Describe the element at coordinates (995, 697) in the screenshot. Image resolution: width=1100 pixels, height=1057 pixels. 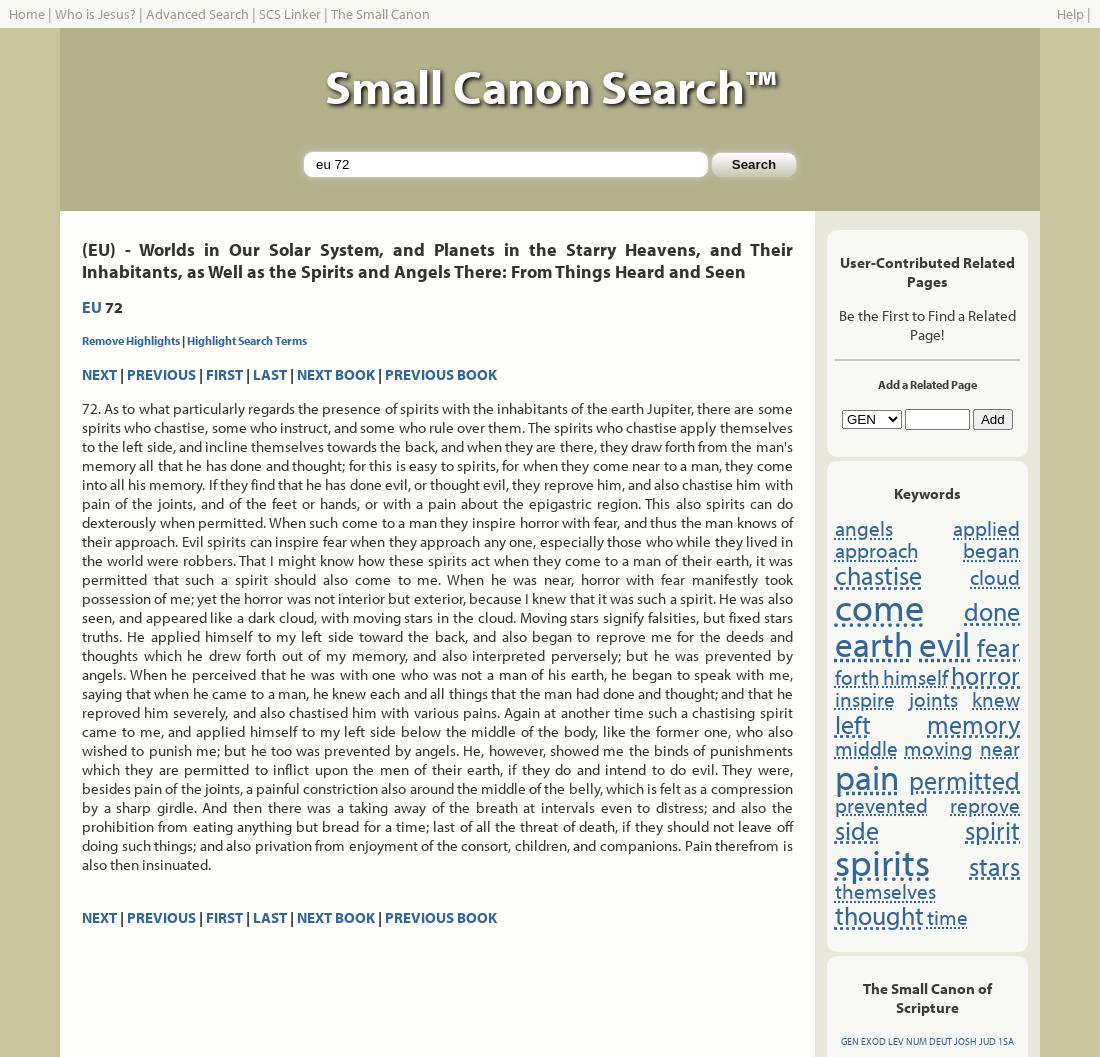
I see `'knew'` at that location.